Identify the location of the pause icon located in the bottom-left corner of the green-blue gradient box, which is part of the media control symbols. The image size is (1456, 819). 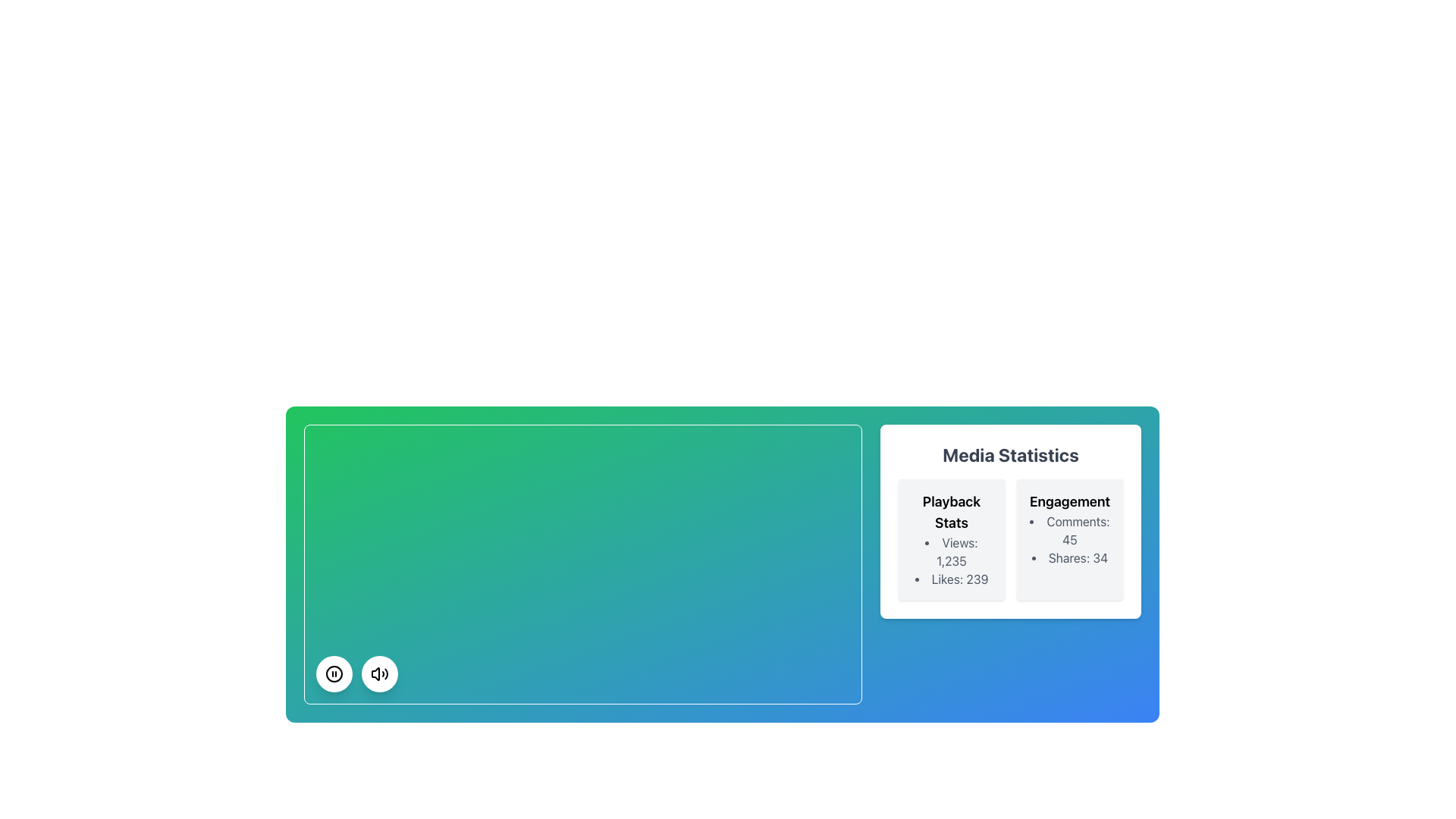
(334, 673).